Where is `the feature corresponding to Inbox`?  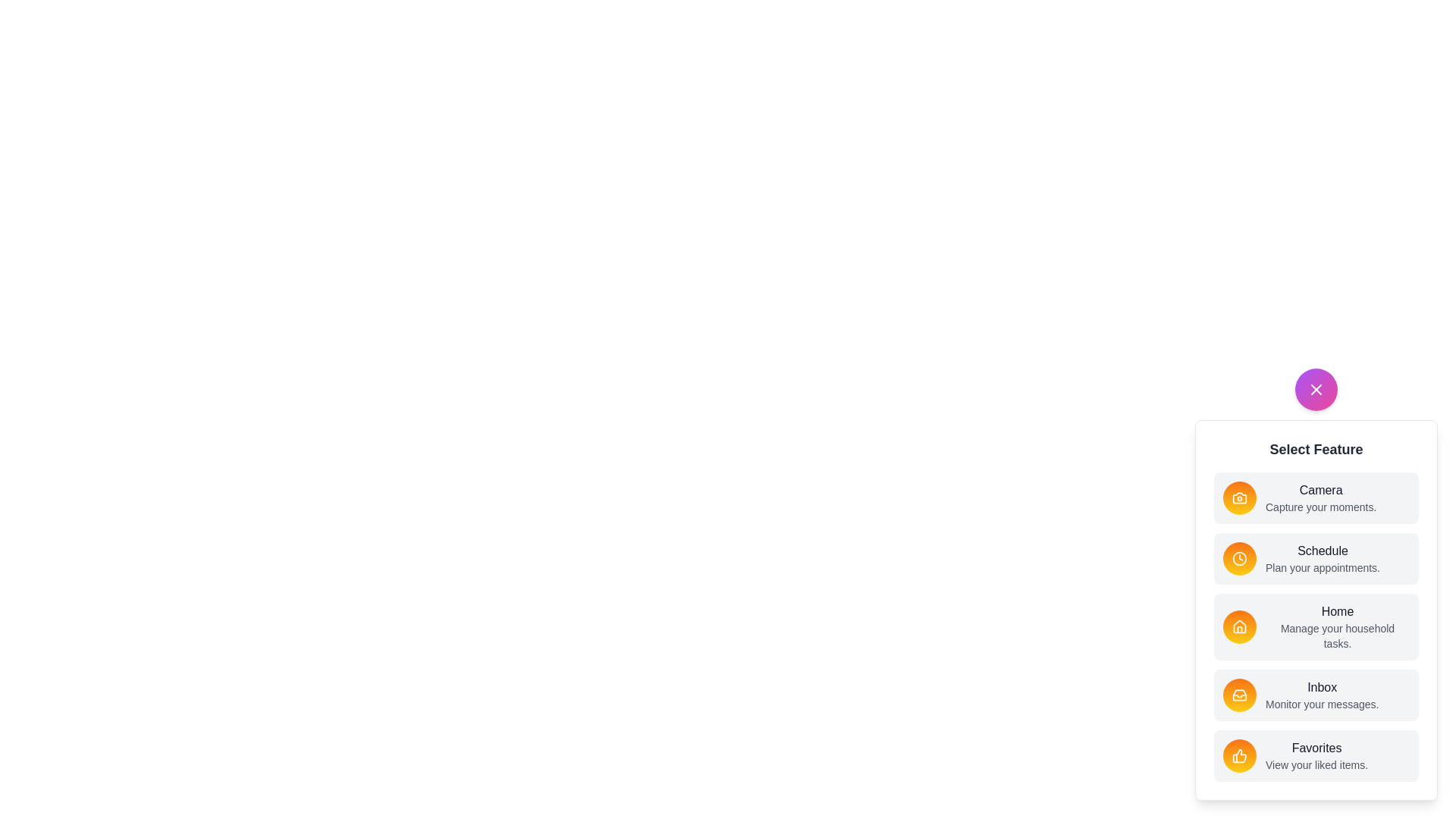 the feature corresponding to Inbox is located at coordinates (1240, 695).